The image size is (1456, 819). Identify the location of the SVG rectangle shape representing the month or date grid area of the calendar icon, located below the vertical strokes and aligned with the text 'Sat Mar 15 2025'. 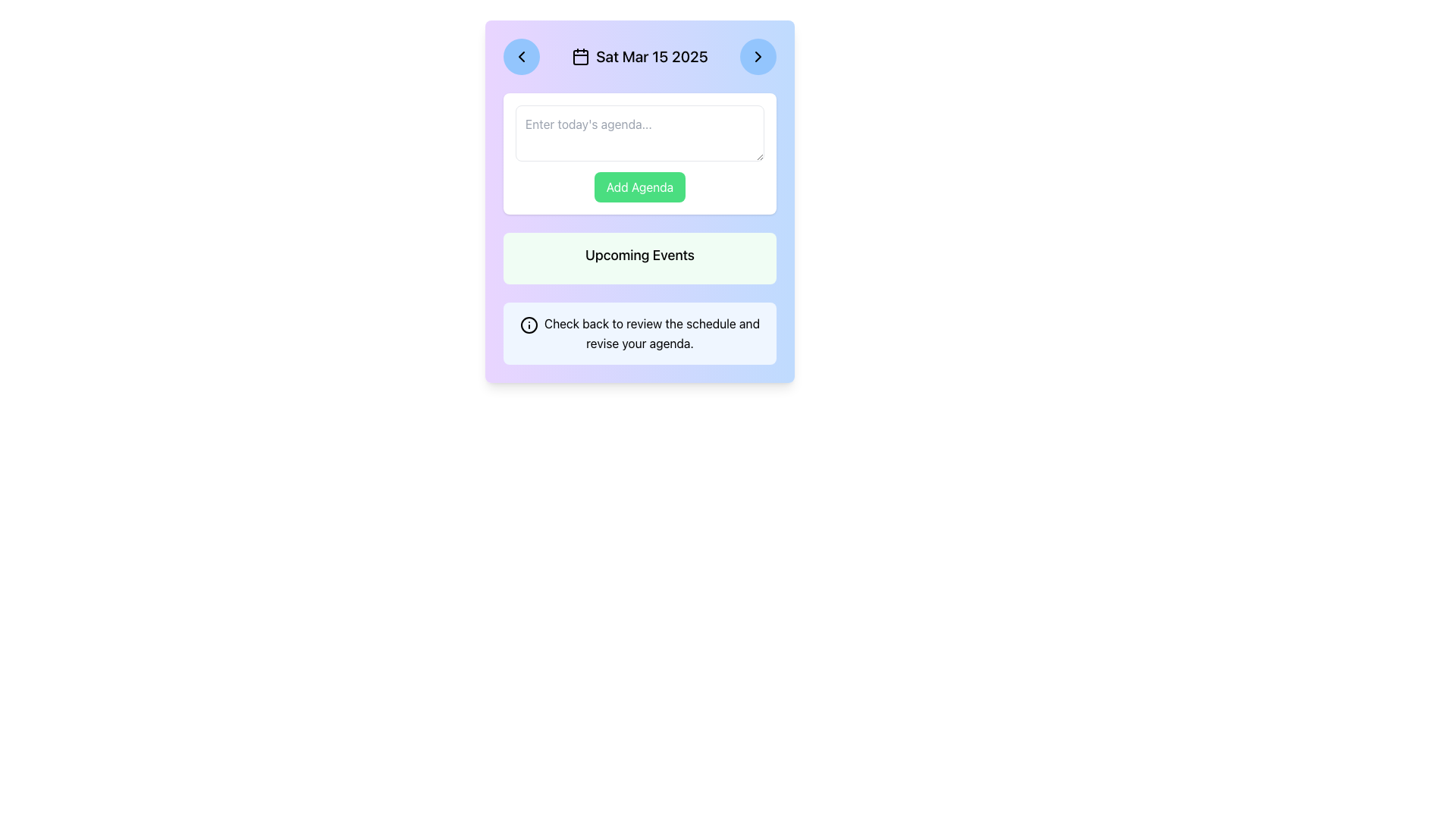
(580, 57).